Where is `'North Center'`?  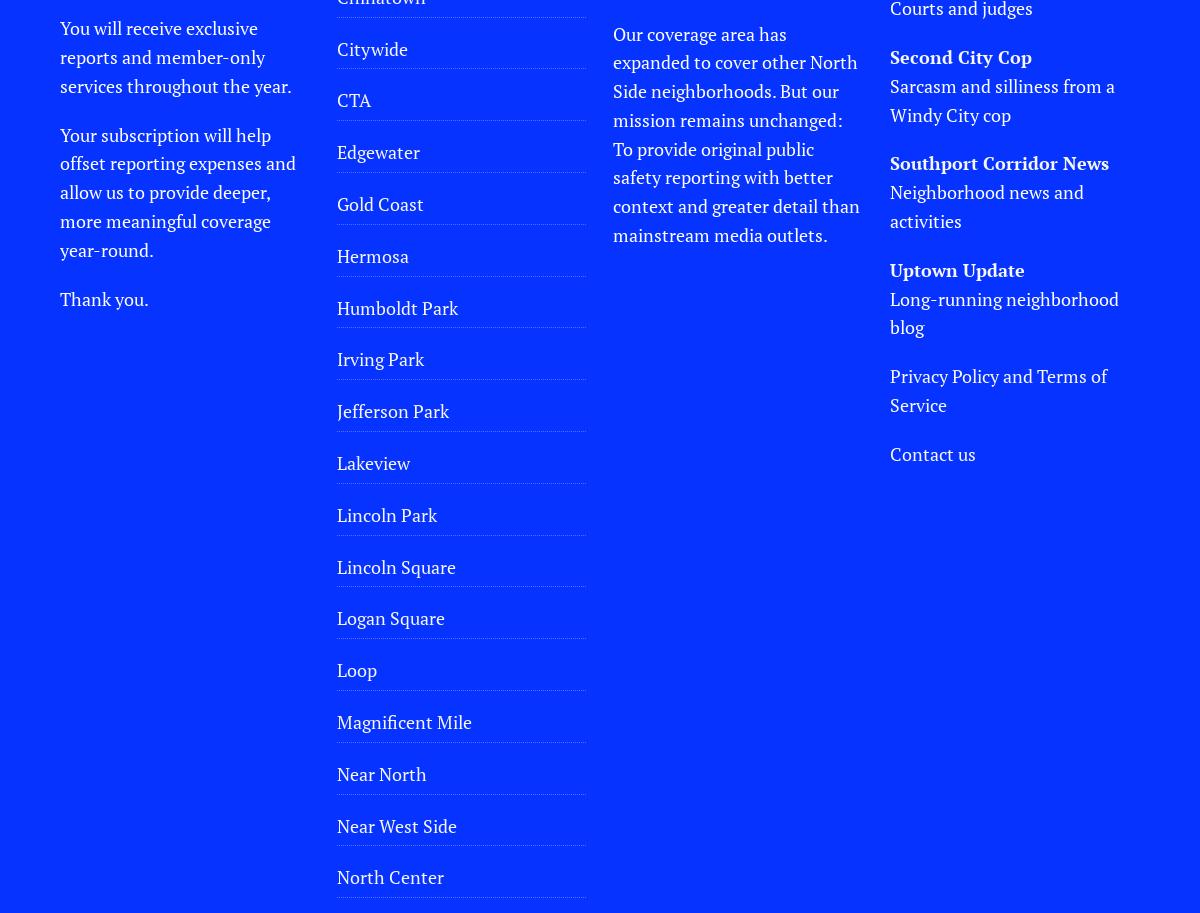
'North Center' is located at coordinates (389, 876).